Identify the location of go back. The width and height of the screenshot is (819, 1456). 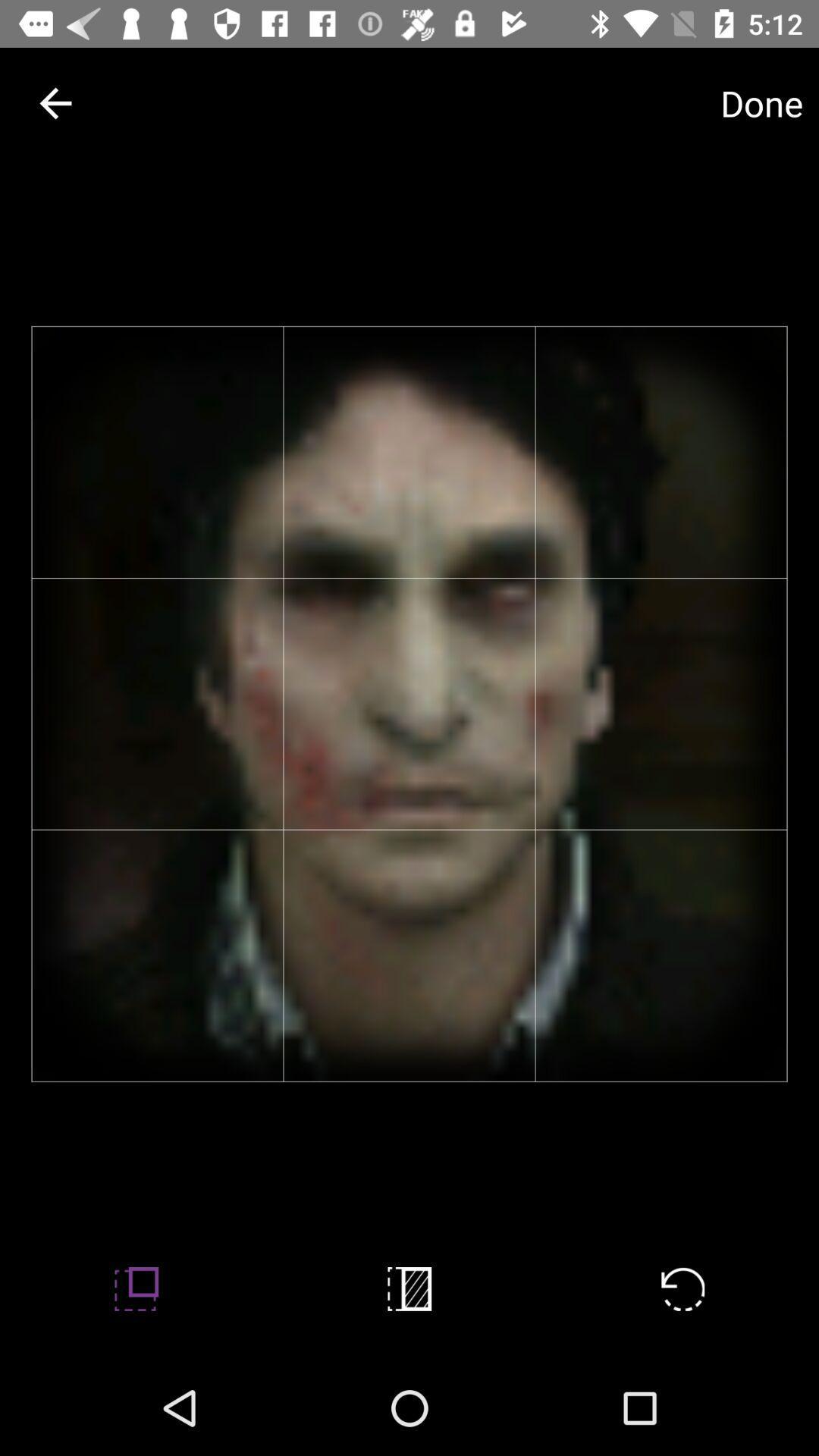
(55, 102).